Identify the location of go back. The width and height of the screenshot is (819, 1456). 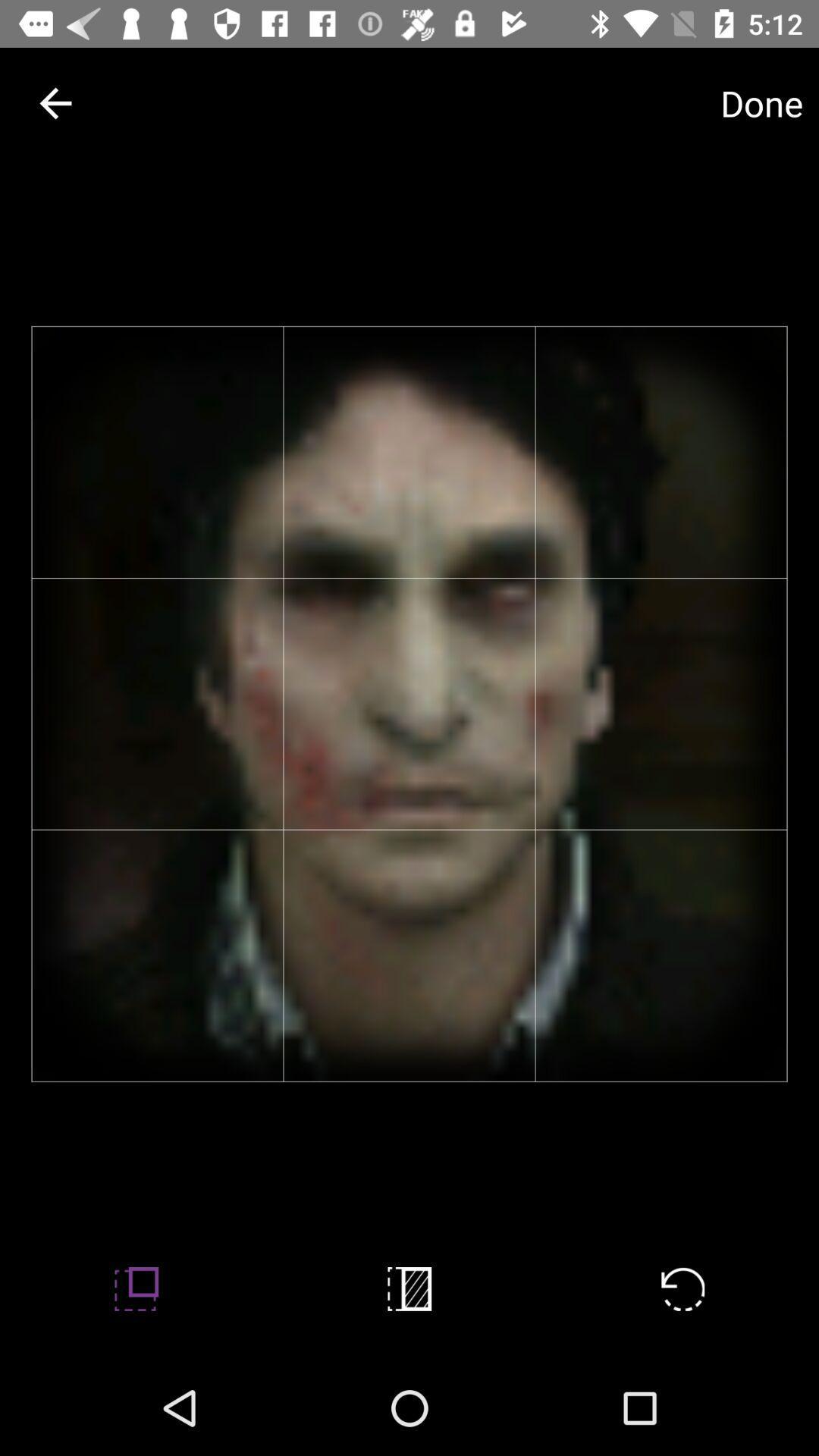
(55, 102).